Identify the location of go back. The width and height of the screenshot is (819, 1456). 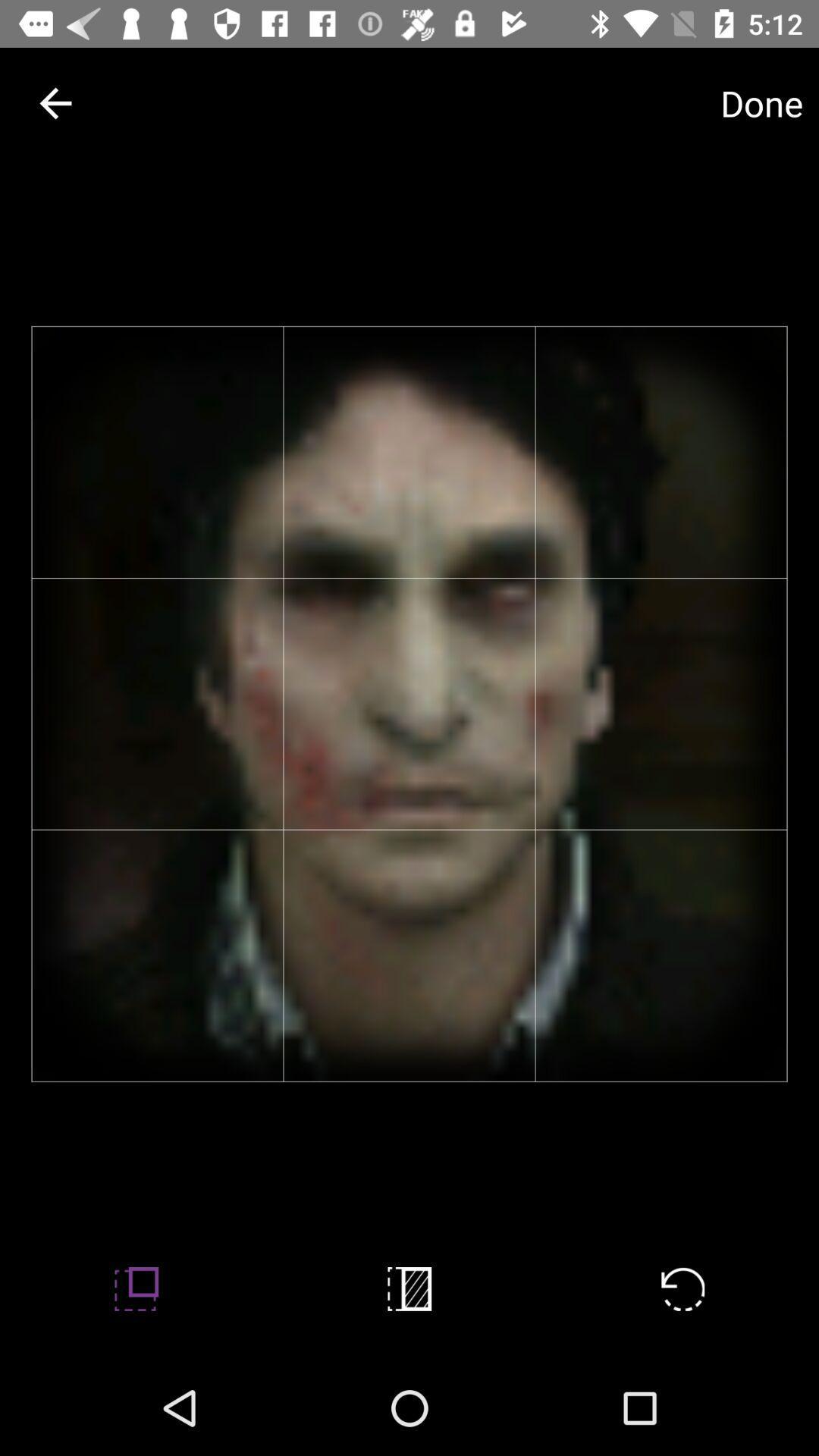
(55, 102).